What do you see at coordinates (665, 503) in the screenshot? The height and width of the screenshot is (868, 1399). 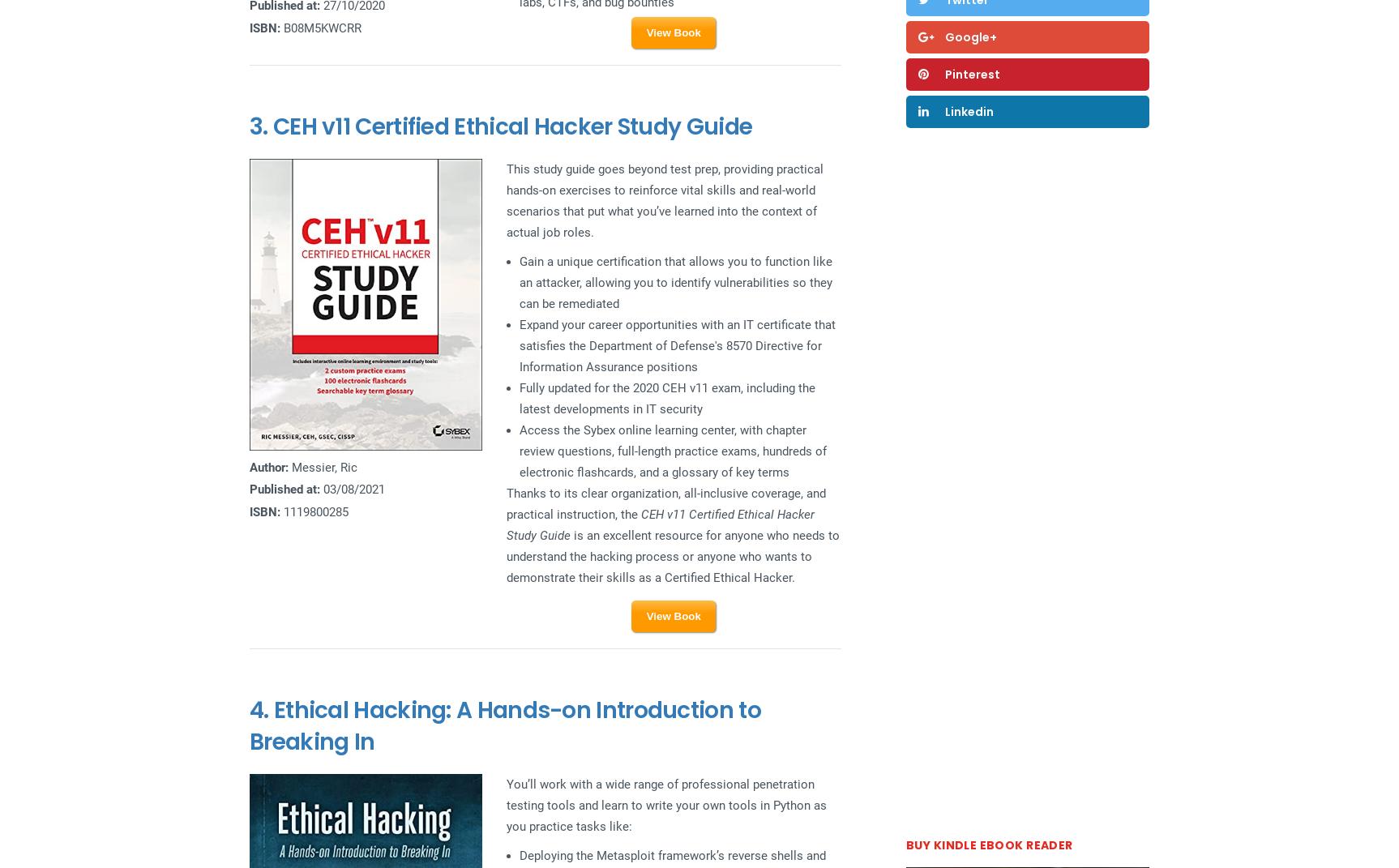 I see `'Thanks to its clear organization, all-inclusive coverage, and practical instruction, the'` at bounding box center [665, 503].